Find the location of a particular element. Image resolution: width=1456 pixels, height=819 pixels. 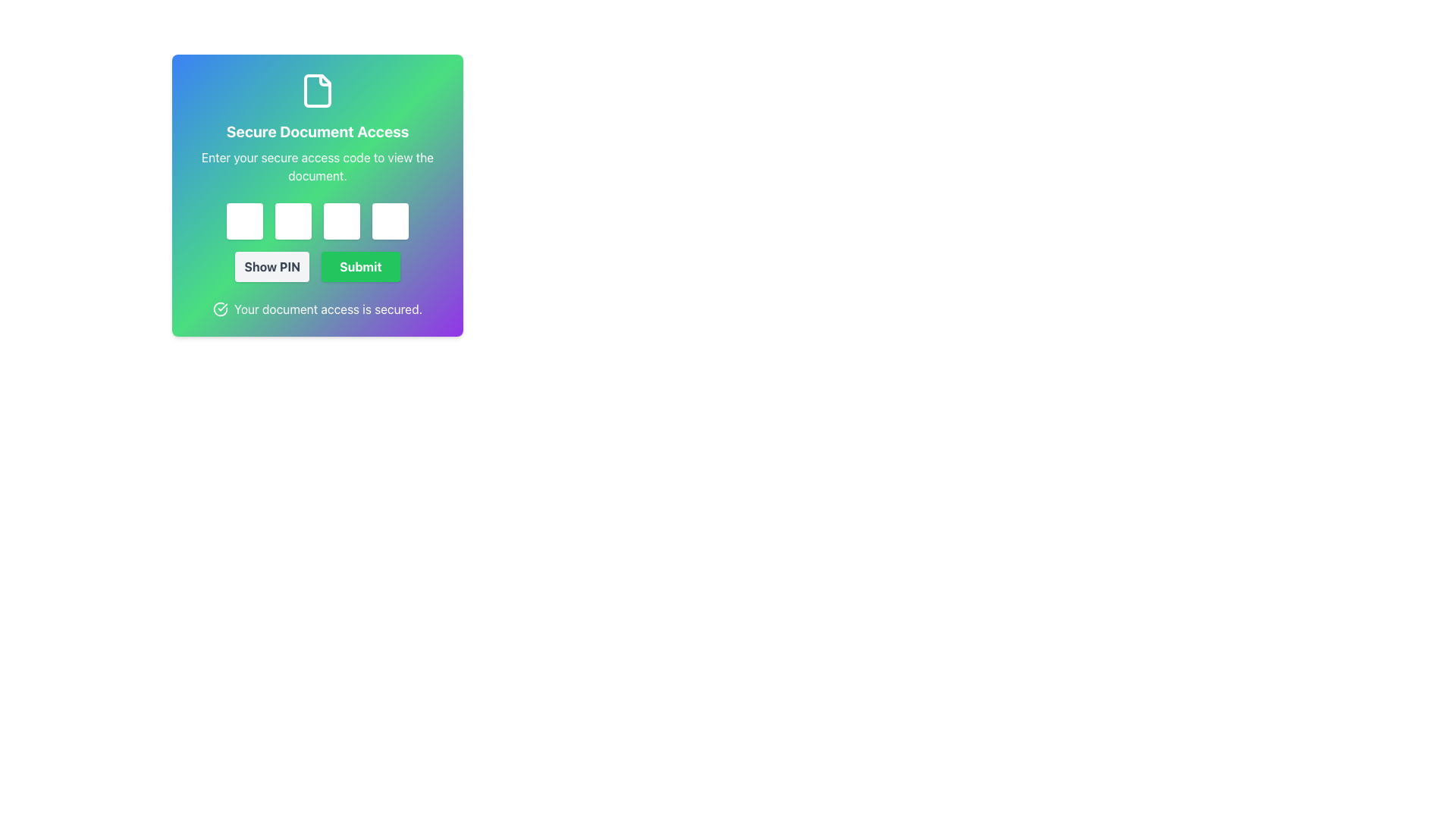

the decorative circular checkmark icon located in the bottom-left section of the colored panel is located at coordinates (220, 309).